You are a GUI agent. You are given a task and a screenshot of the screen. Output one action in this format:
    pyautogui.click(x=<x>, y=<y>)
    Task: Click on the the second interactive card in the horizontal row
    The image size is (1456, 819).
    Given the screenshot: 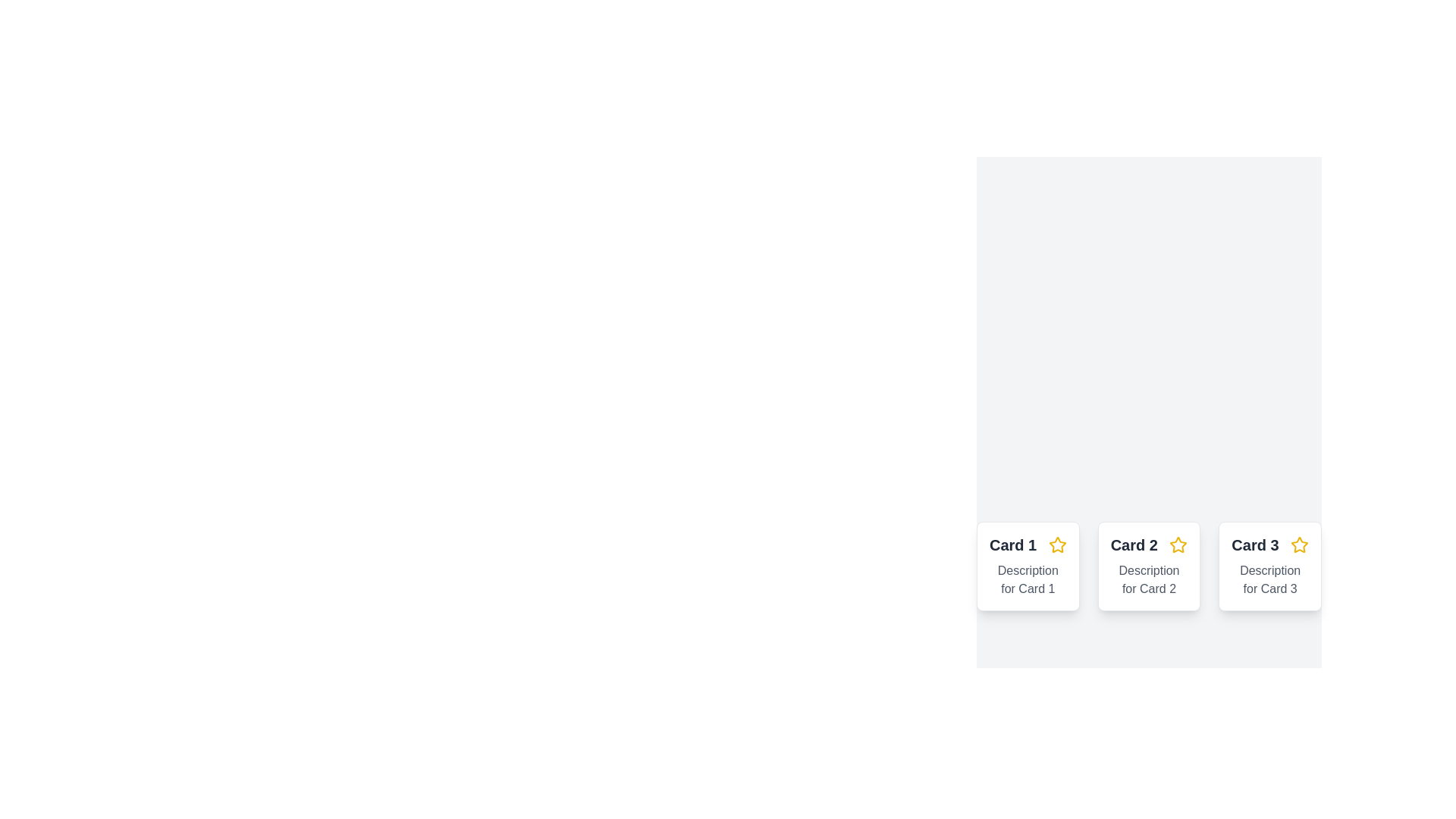 What is the action you would take?
    pyautogui.click(x=1149, y=566)
    